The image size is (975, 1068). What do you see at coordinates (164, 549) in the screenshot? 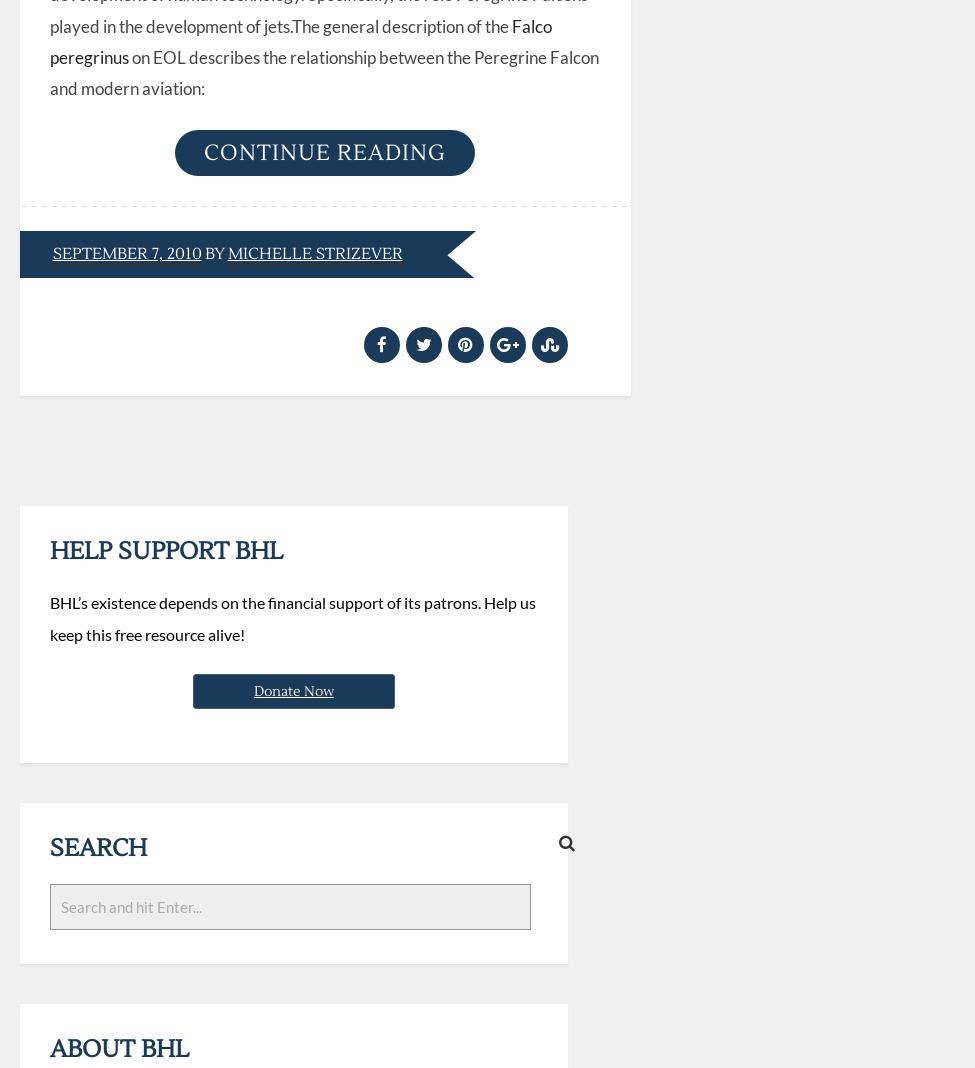
I see `'Help Support BHL'` at bounding box center [164, 549].